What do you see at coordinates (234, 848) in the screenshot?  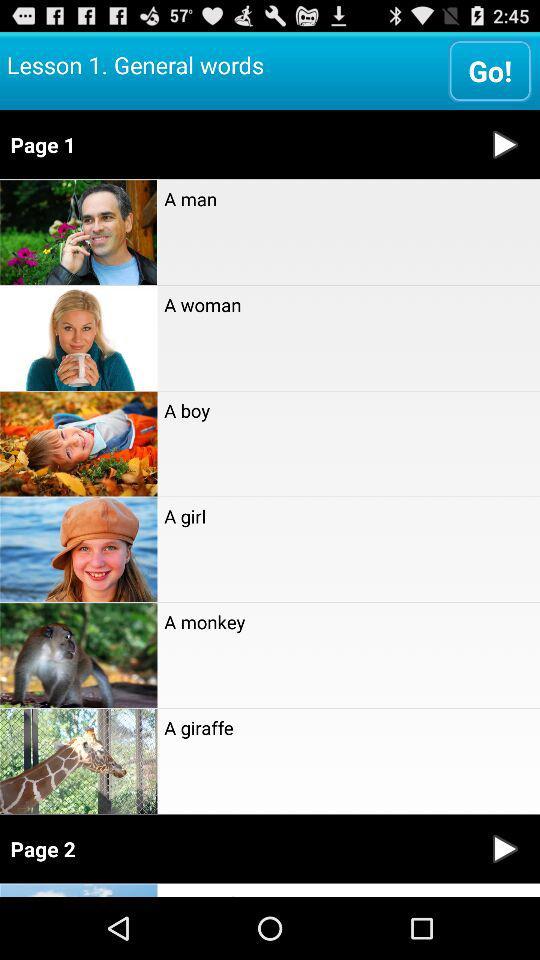 I see `the page 2 item` at bounding box center [234, 848].